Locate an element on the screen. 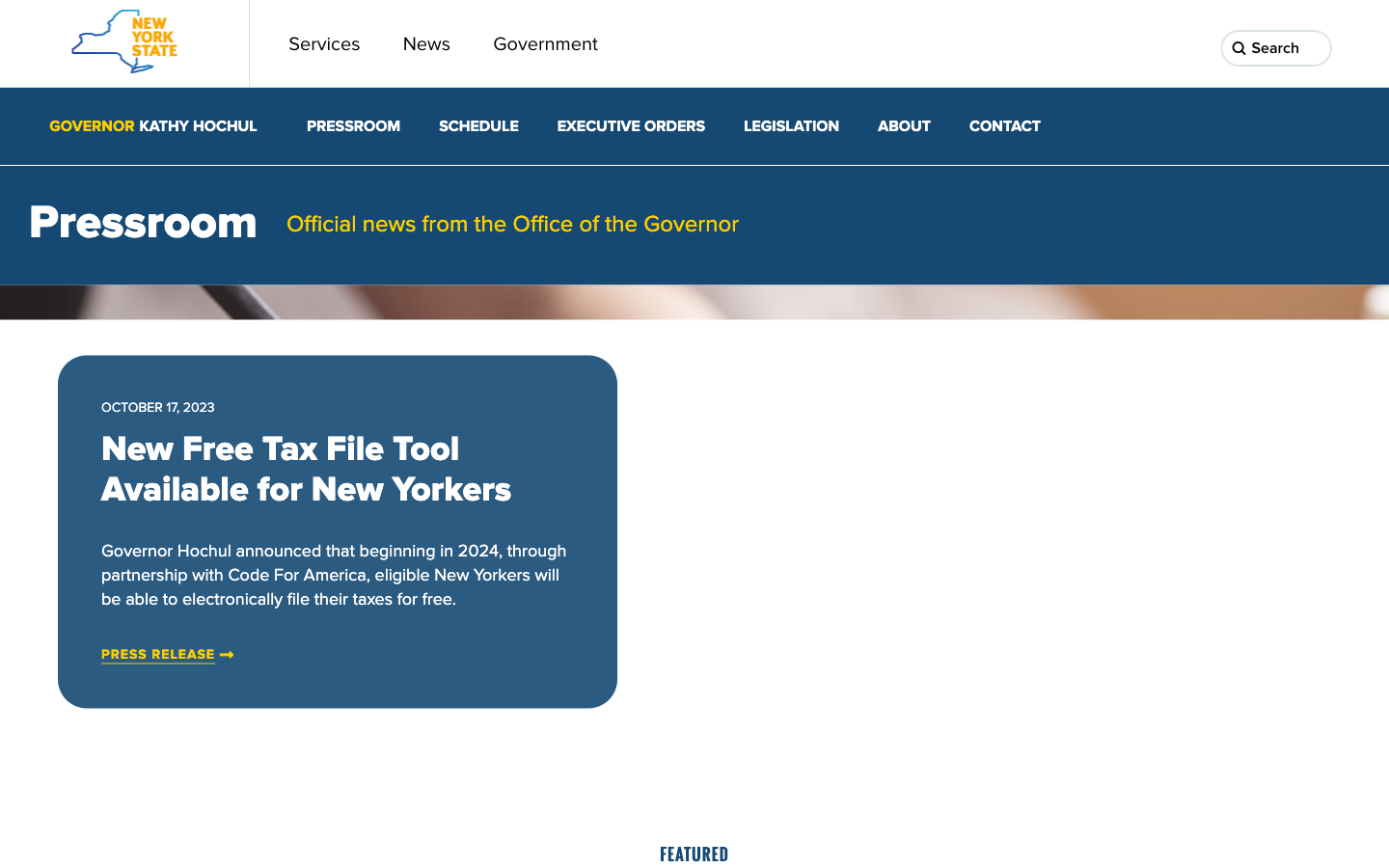  Go to the latest news and launch the press release about the free tax filing software is located at coordinates (157, 654).